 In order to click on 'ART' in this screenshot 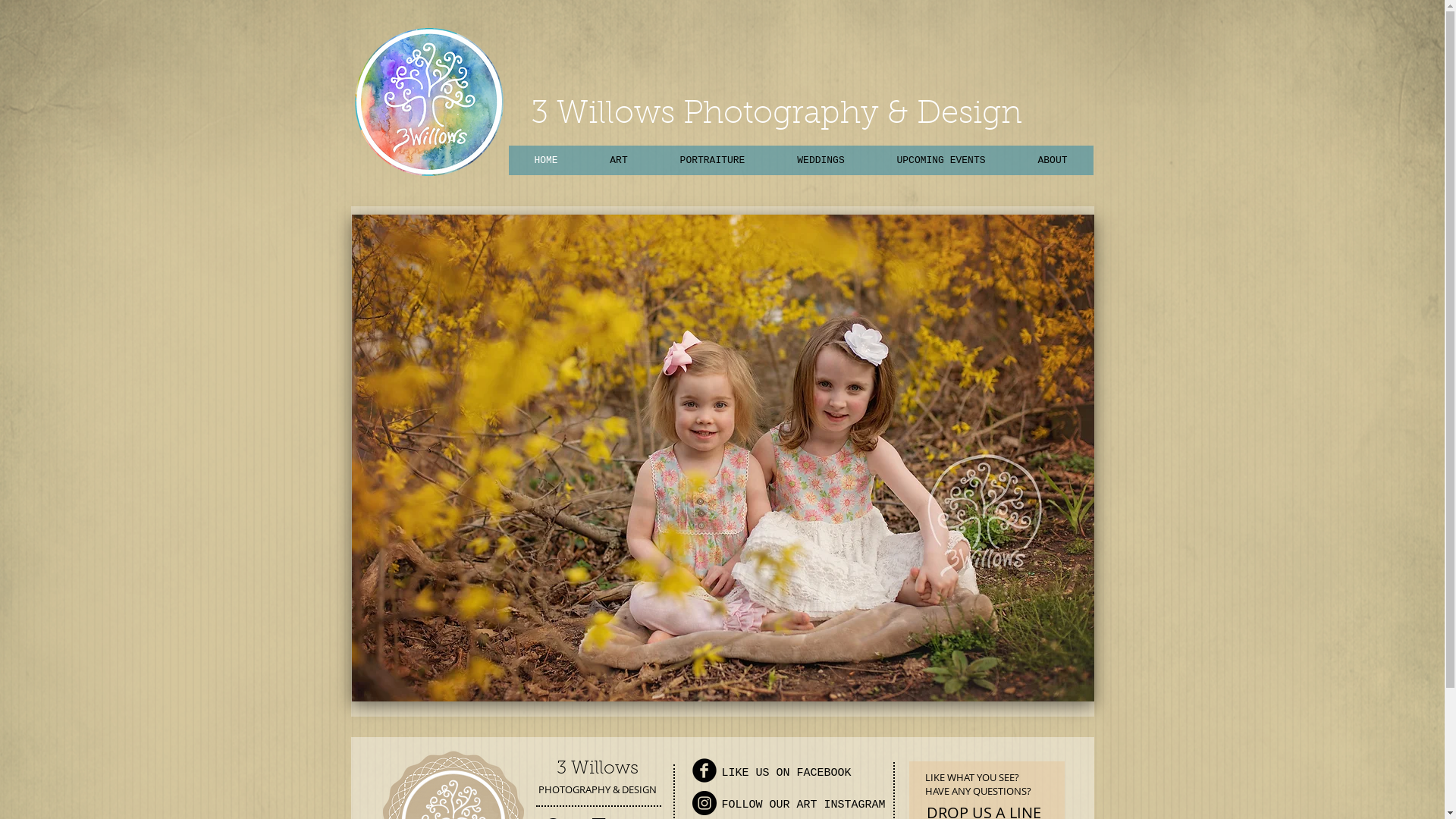, I will do `click(619, 160)`.